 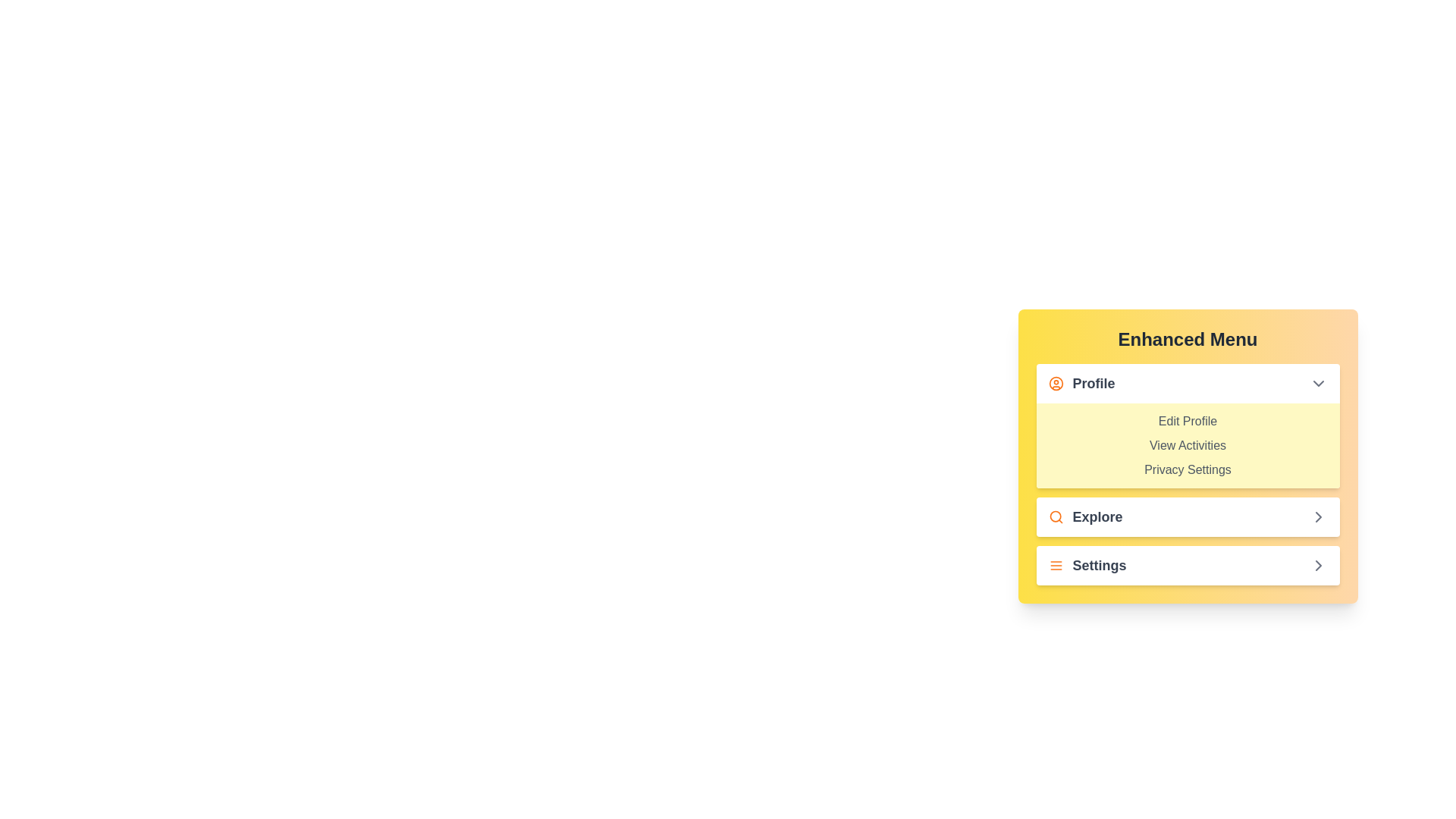 I want to click on the 'Settings' text label in the 'Enhanced Menu' under the 'Explore' section, so click(x=1099, y=565).